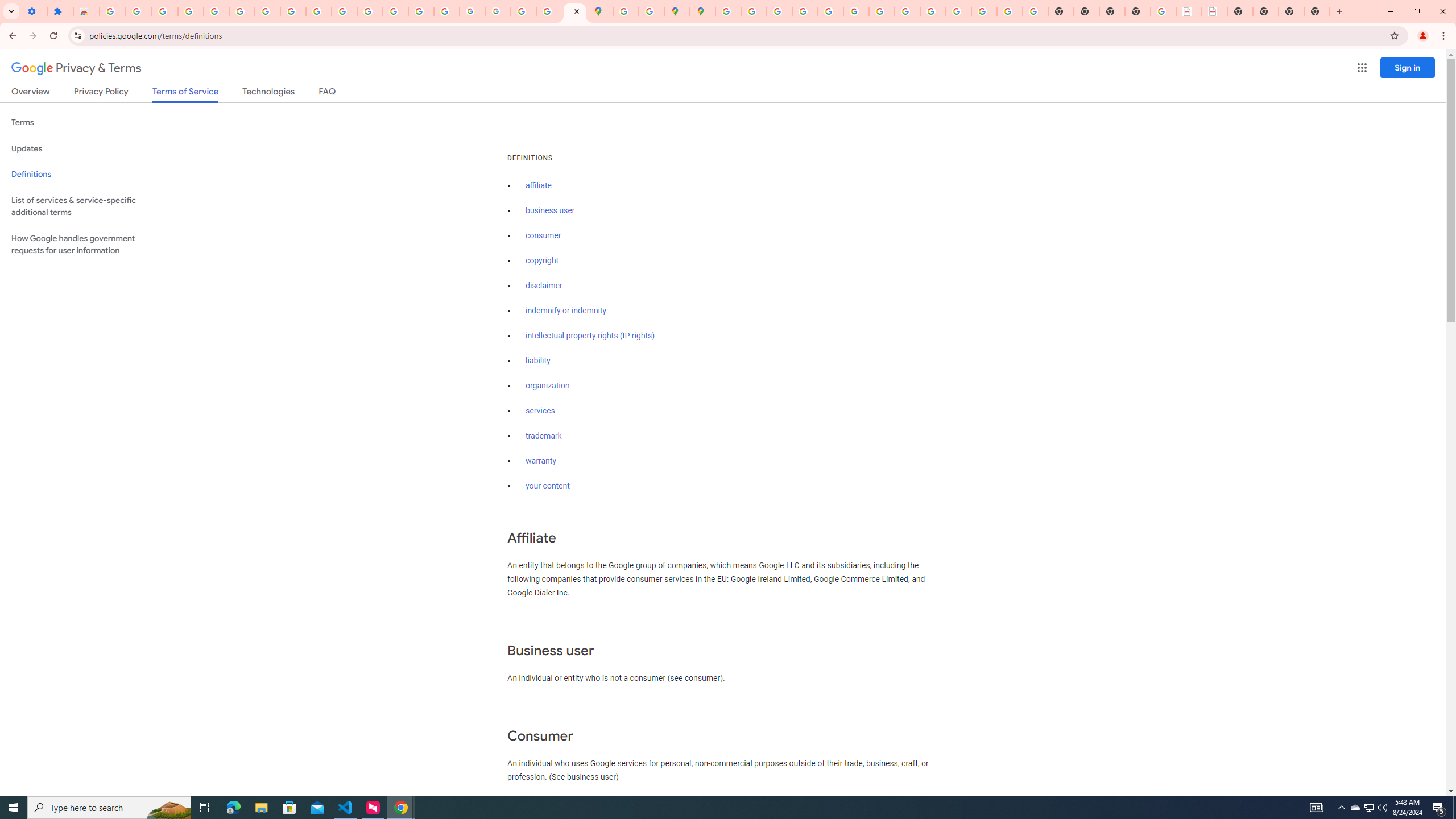  Describe the element at coordinates (543, 235) in the screenshot. I see `'consumer'` at that location.